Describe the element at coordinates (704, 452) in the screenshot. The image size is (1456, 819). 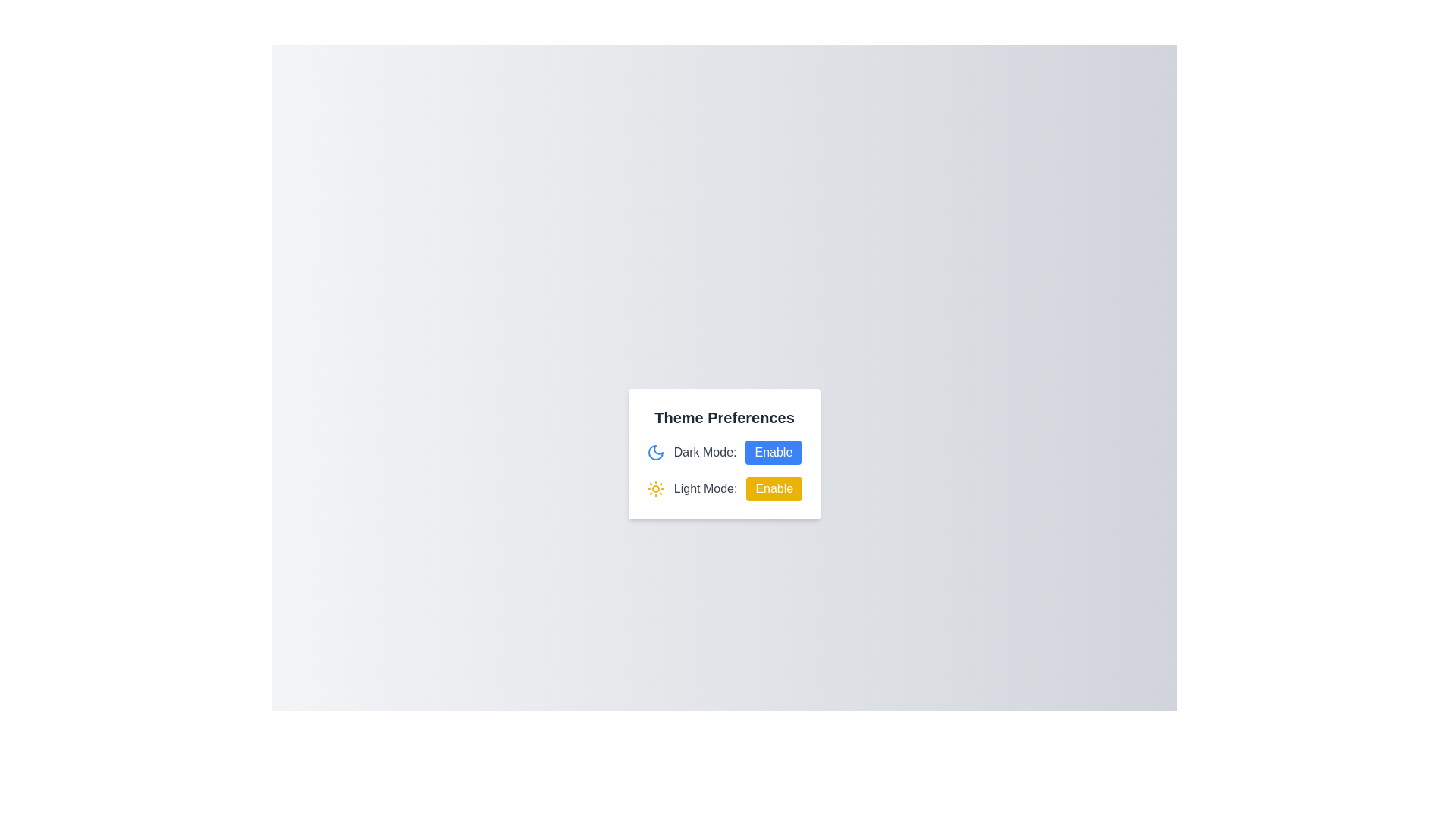
I see `the Text Label displaying 'Dark Mode:' which is styled in gray color and positioned next to the 'Enable' button in the 'Theme Preferences' settings card` at that location.